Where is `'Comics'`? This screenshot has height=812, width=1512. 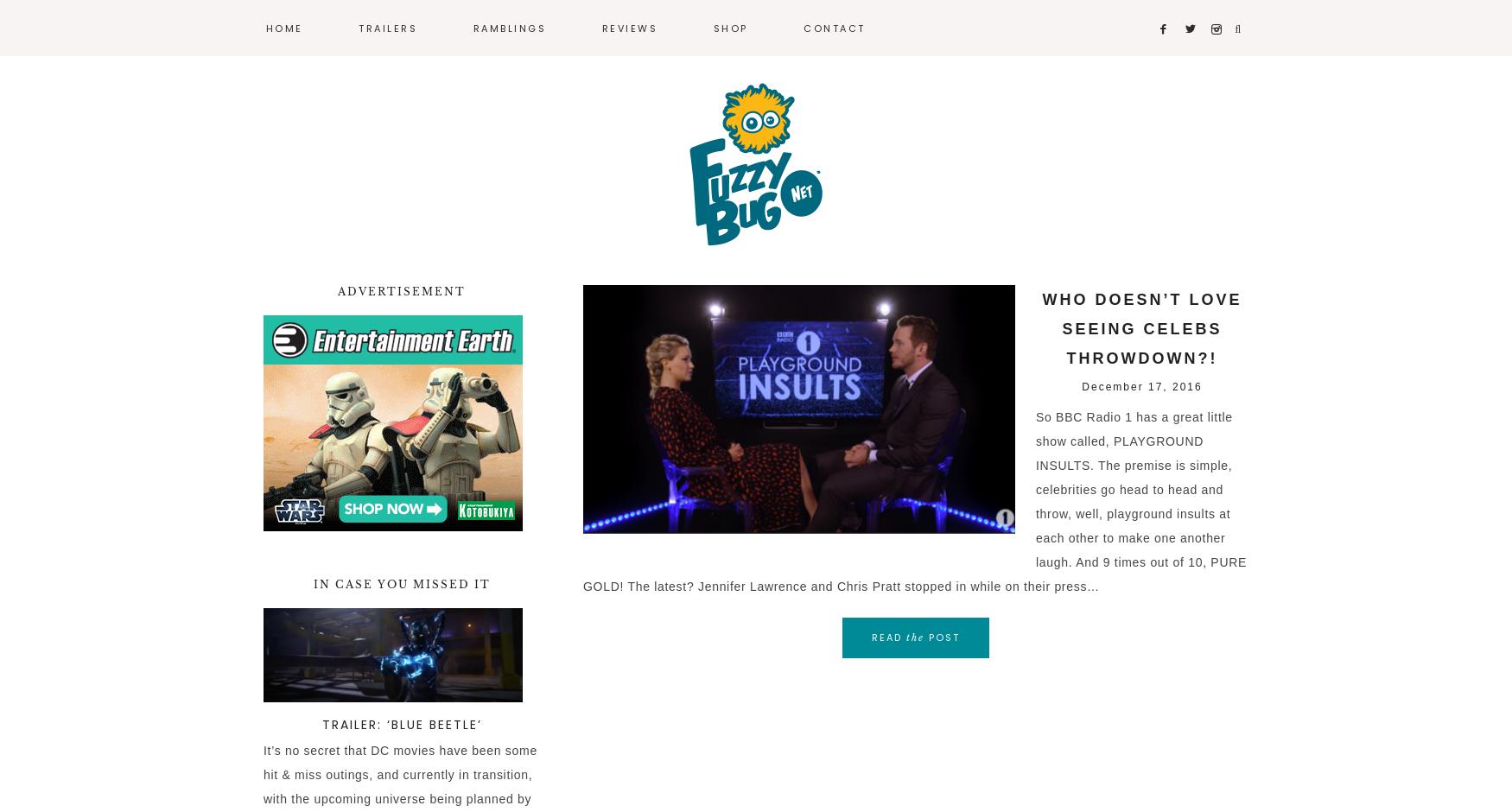
'Comics' is located at coordinates (492, 117).